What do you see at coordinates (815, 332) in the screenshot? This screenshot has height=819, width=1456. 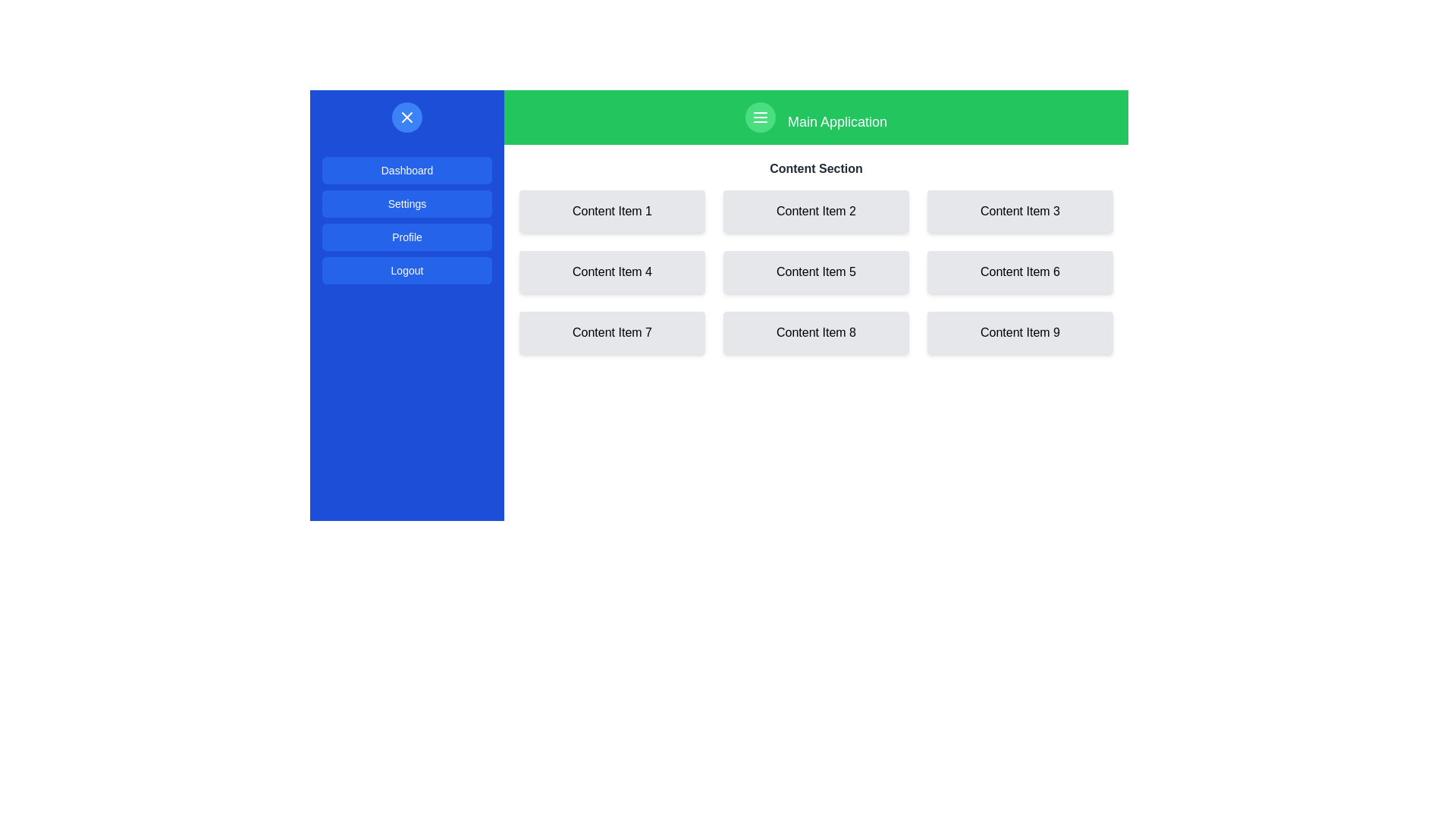 I see `the button labeled 'Content Item 8' which is located in the middle cell of the third row of a 3x3 grid layout` at bounding box center [815, 332].